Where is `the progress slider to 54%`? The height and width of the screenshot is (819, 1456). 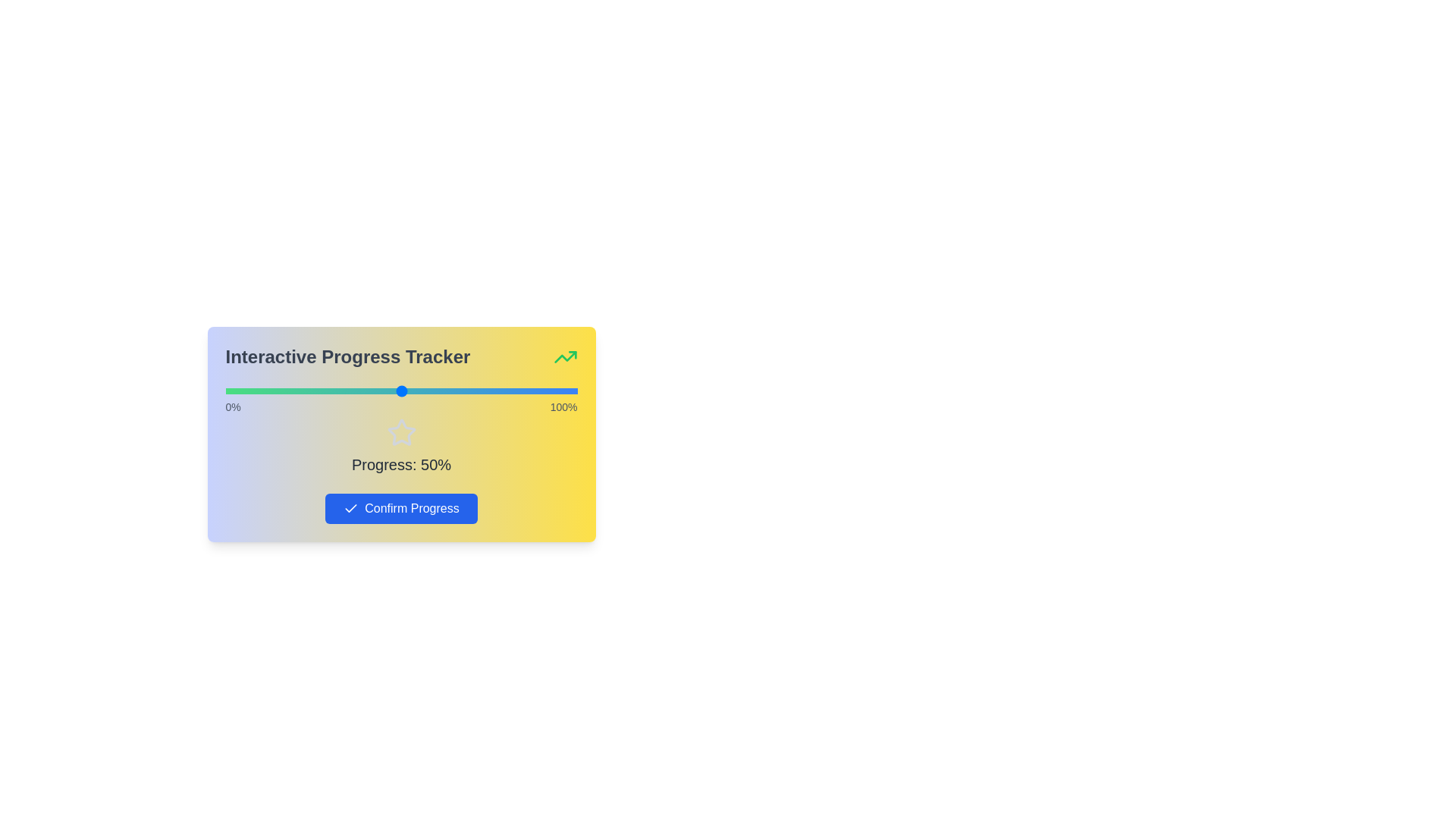
the progress slider to 54% is located at coordinates (415, 391).